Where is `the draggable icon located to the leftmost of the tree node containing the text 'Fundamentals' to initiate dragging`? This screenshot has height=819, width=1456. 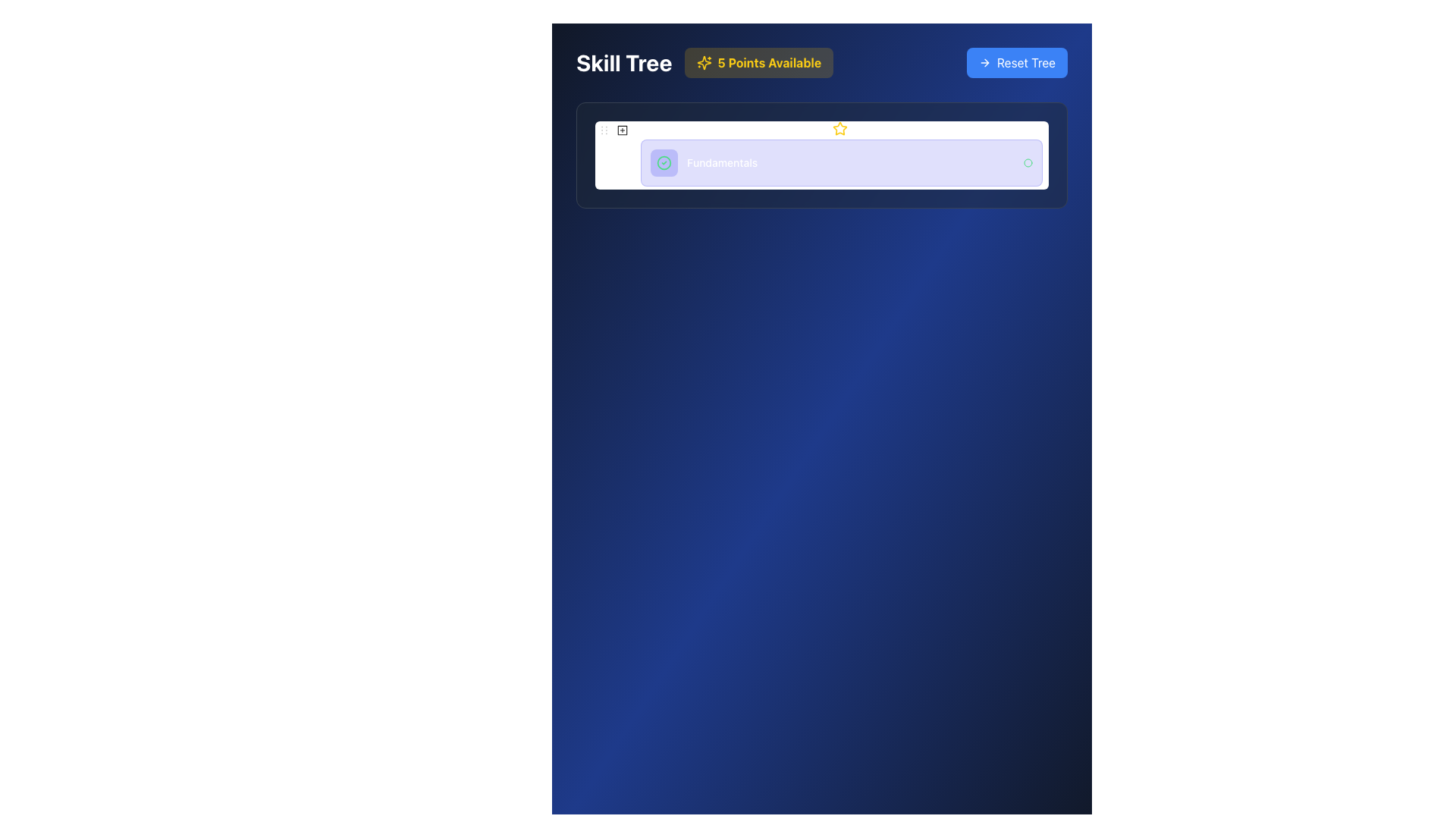
the draggable icon located to the leftmost of the tree node containing the text 'Fundamentals' to initiate dragging is located at coordinates (603, 130).